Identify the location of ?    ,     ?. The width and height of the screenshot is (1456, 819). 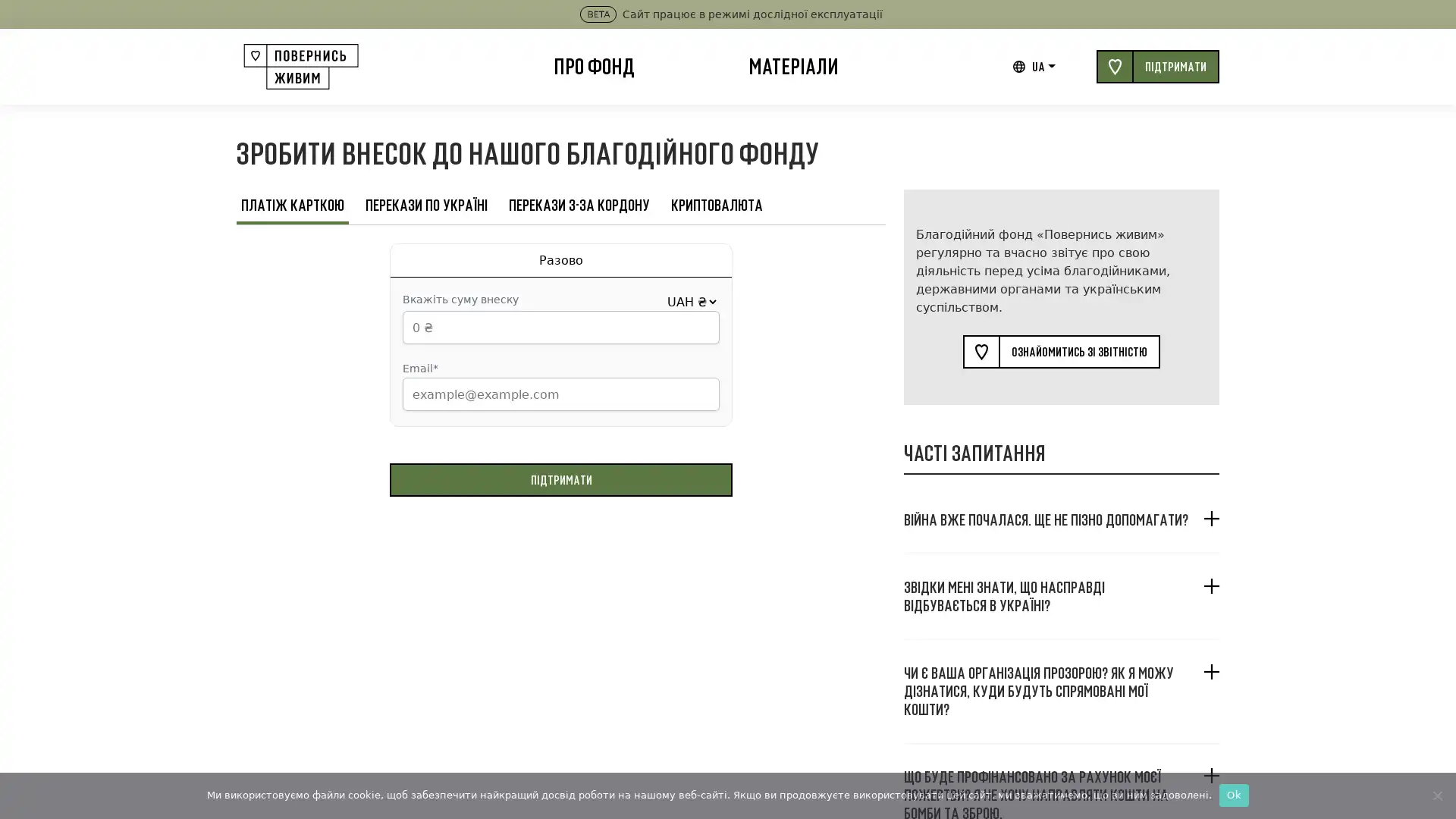
(1061, 690).